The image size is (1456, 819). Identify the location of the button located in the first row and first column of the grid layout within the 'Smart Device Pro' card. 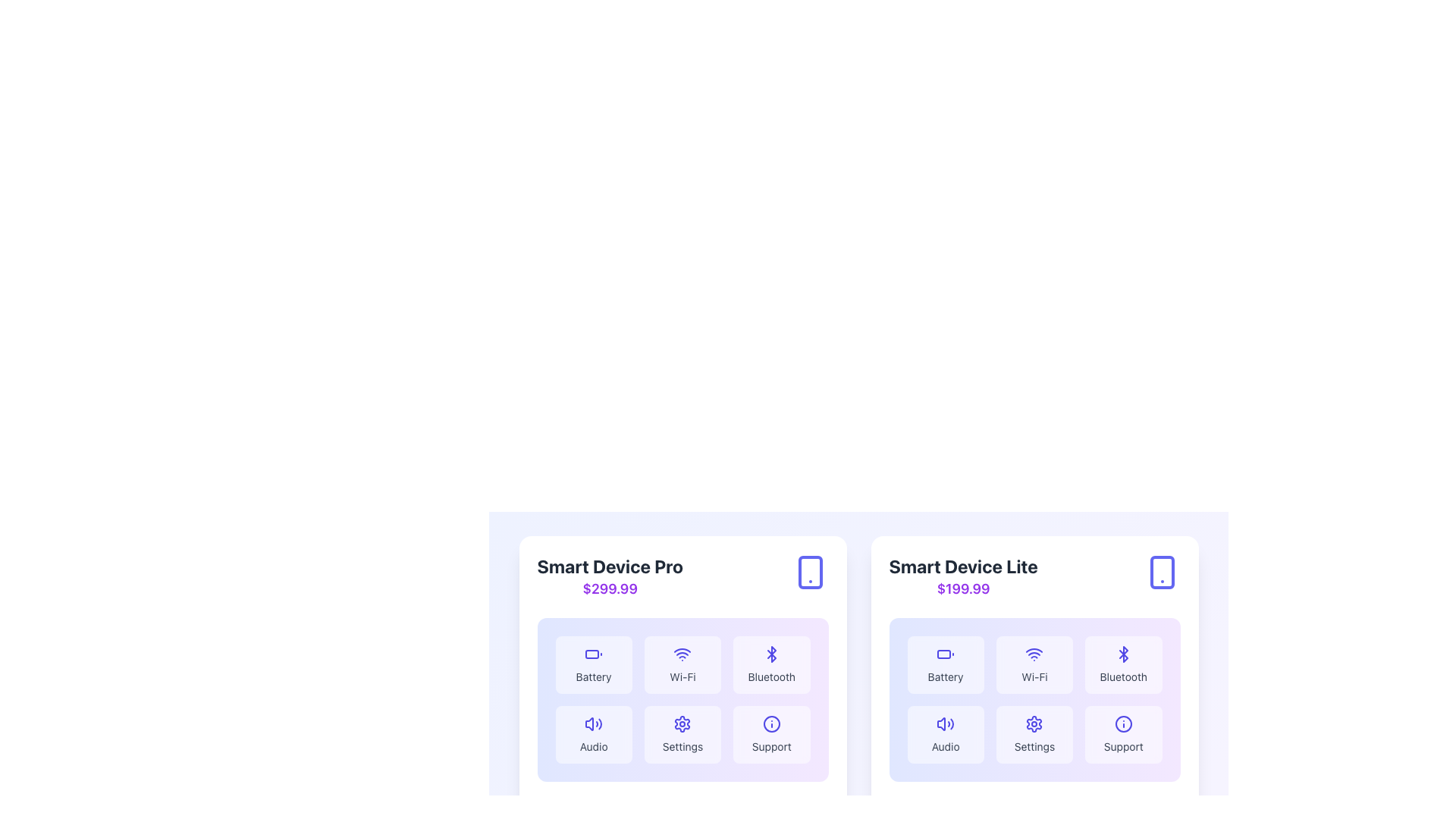
(593, 664).